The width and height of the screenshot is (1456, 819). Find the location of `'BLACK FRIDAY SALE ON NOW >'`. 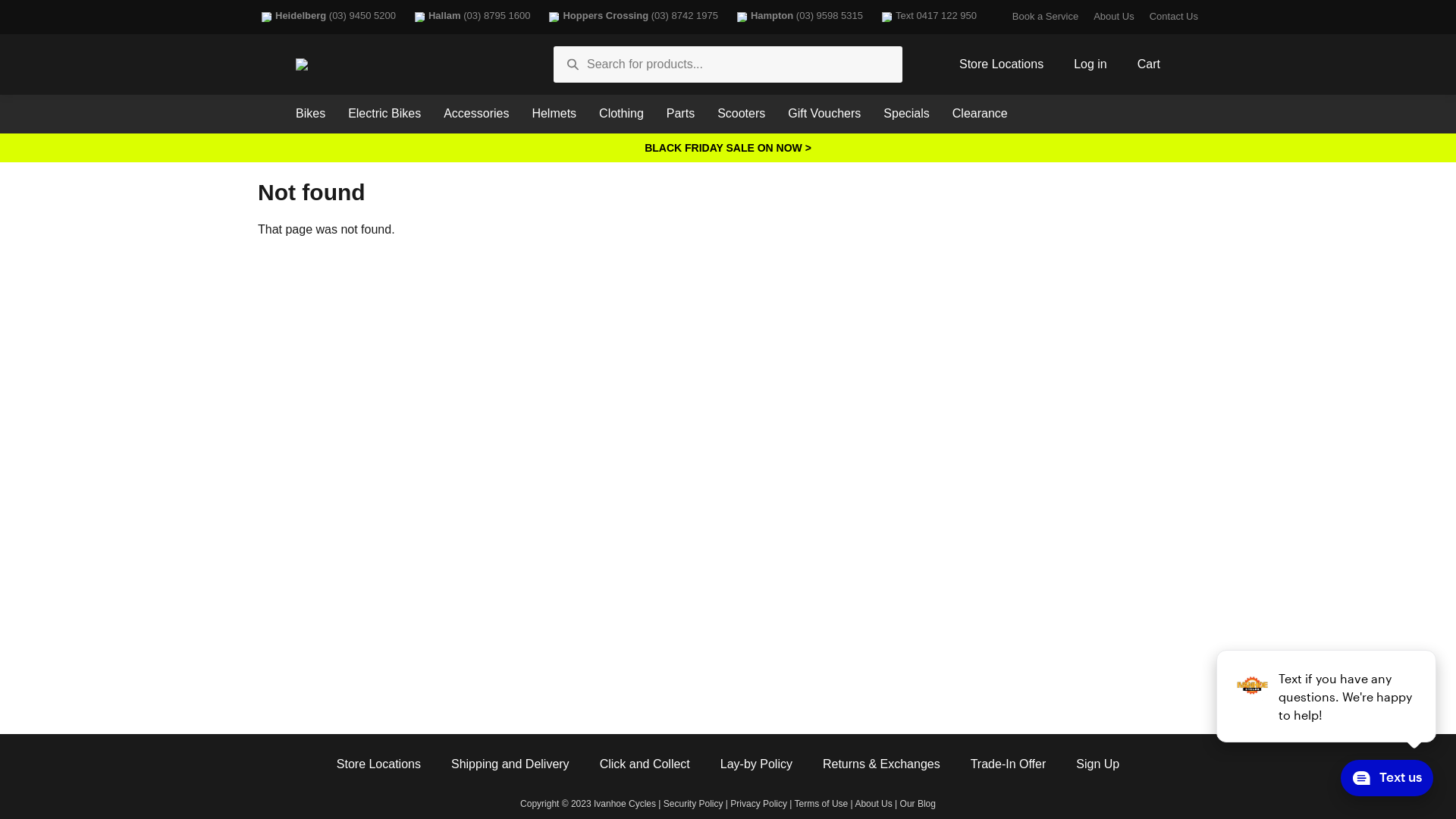

'BLACK FRIDAY SALE ON NOW >' is located at coordinates (728, 148).